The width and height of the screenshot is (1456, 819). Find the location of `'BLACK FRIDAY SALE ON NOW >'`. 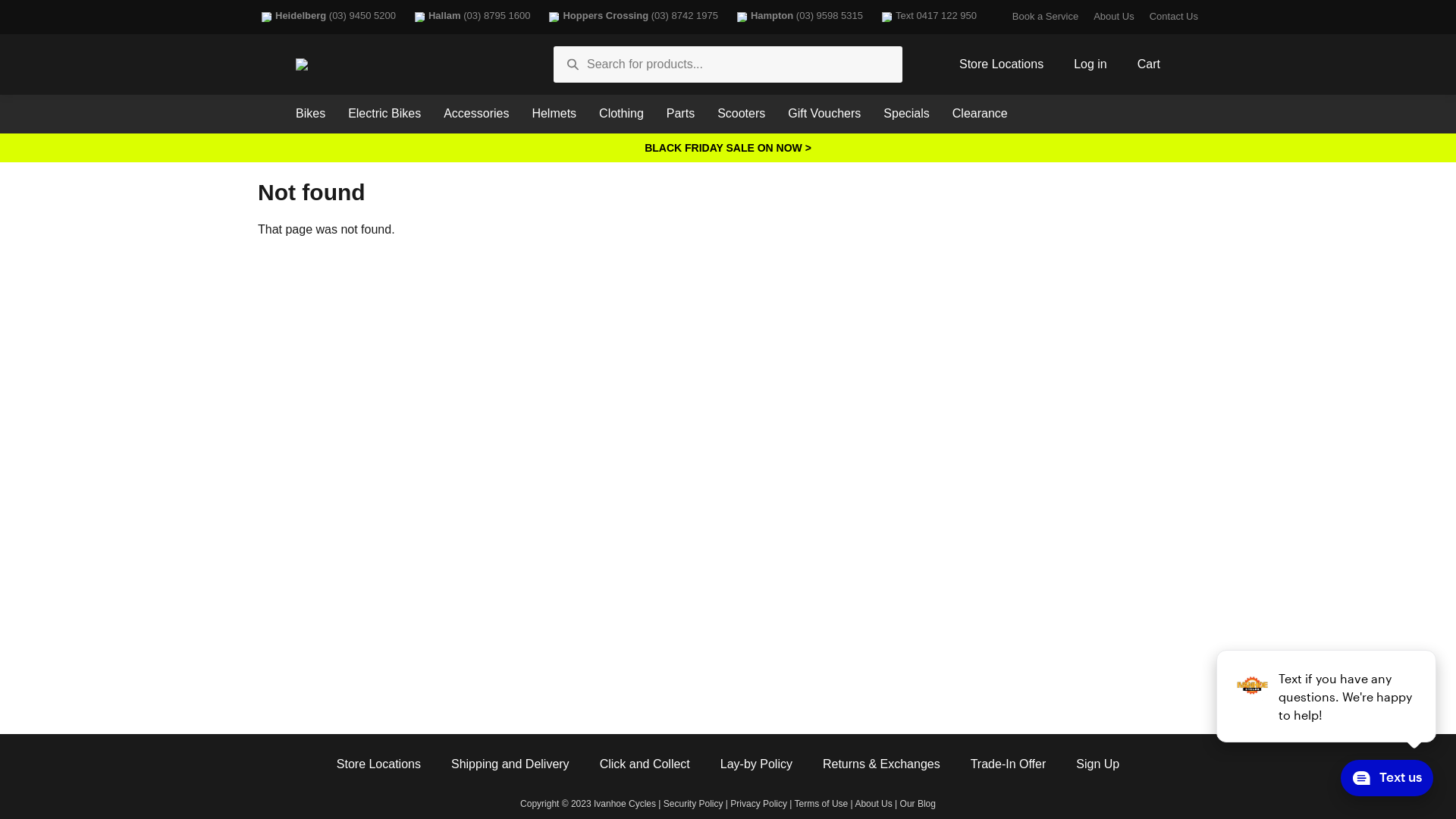

'BLACK FRIDAY SALE ON NOW >' is located at coordinates (728, 148).